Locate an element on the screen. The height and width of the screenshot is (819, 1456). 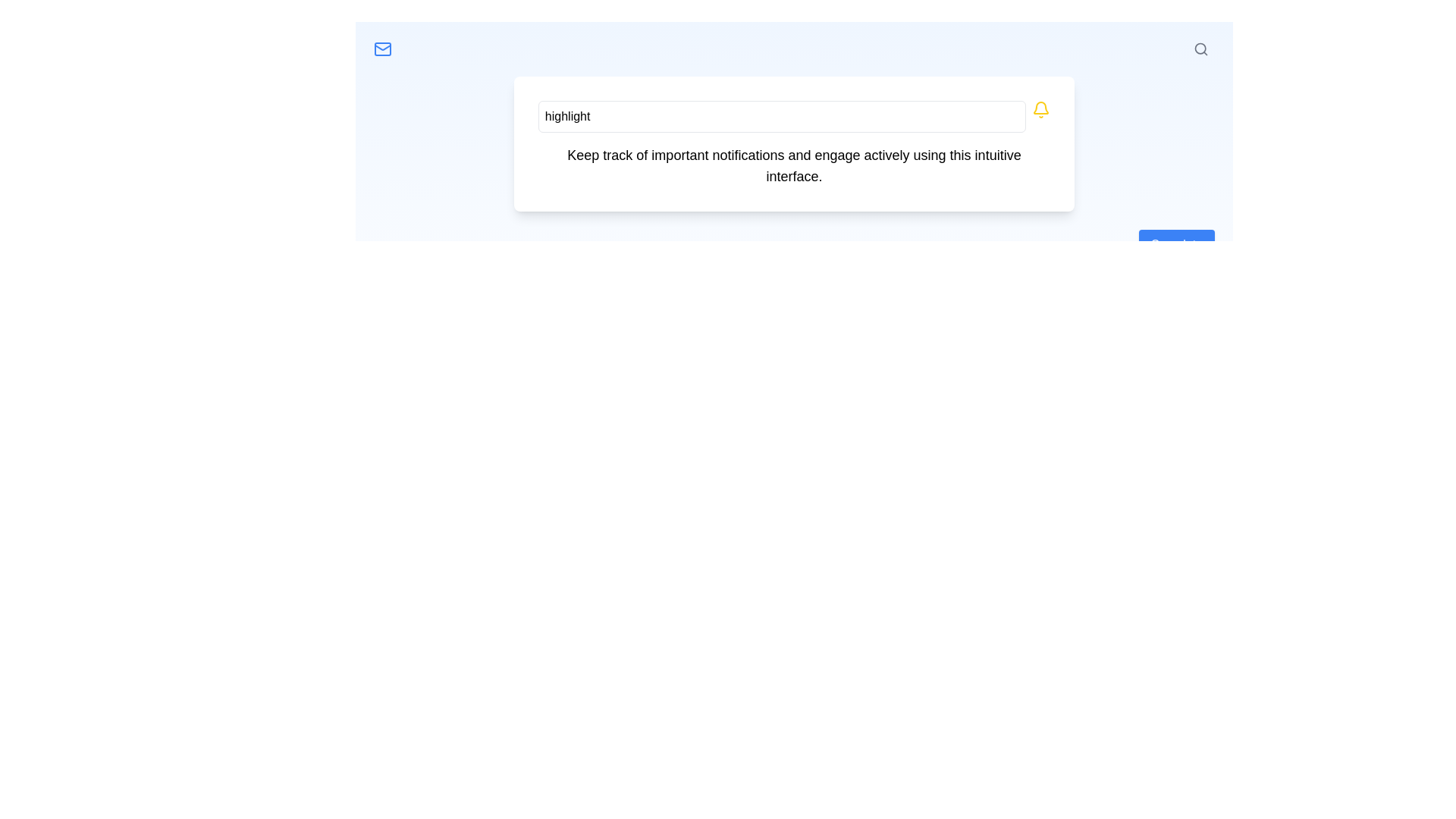
the informational text block located below the text input field with the placeholder 'Enter text is located at coordinates (793, 166).